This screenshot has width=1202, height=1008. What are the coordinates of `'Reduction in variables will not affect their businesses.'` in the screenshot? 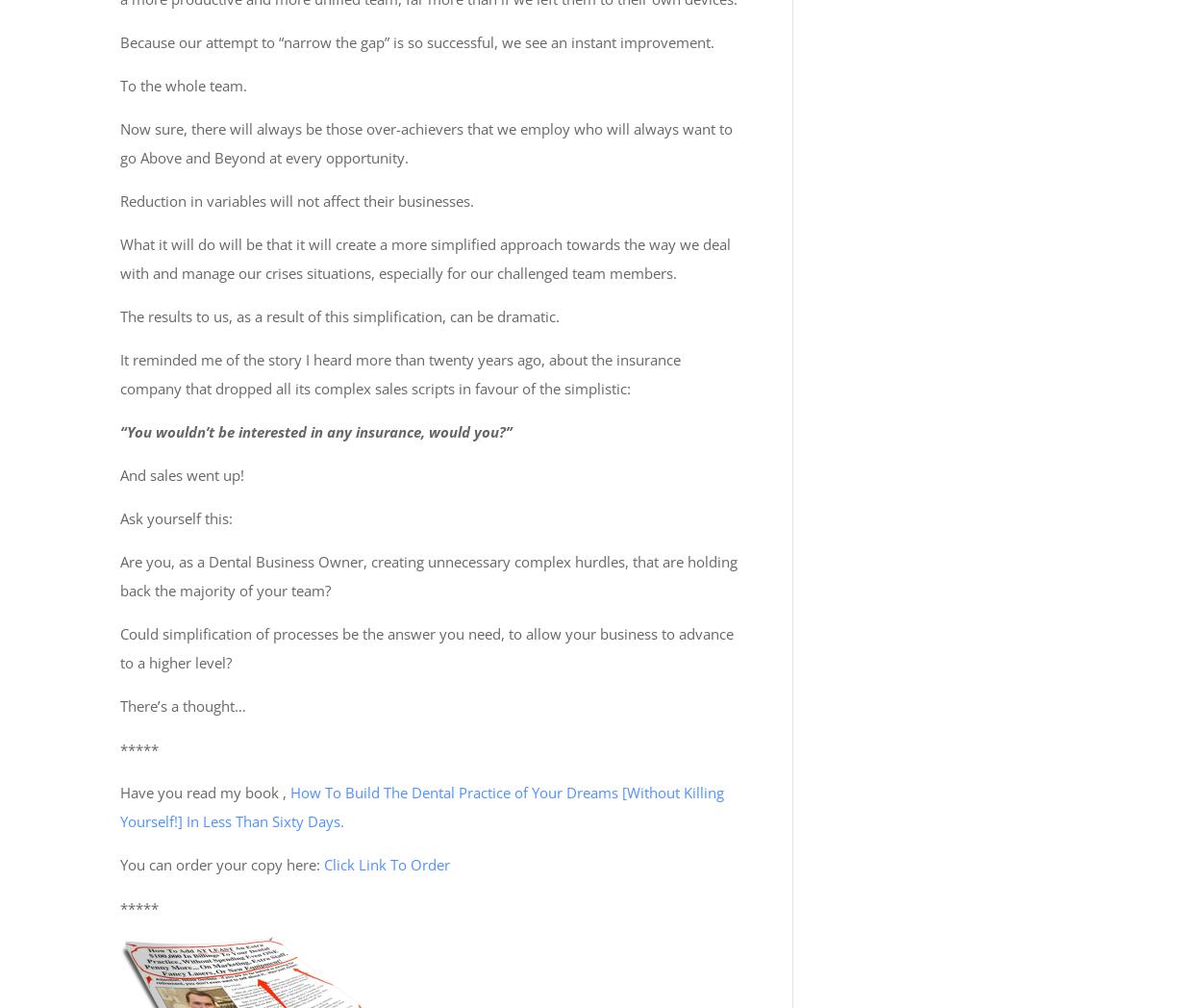 It's located at (297, 199).